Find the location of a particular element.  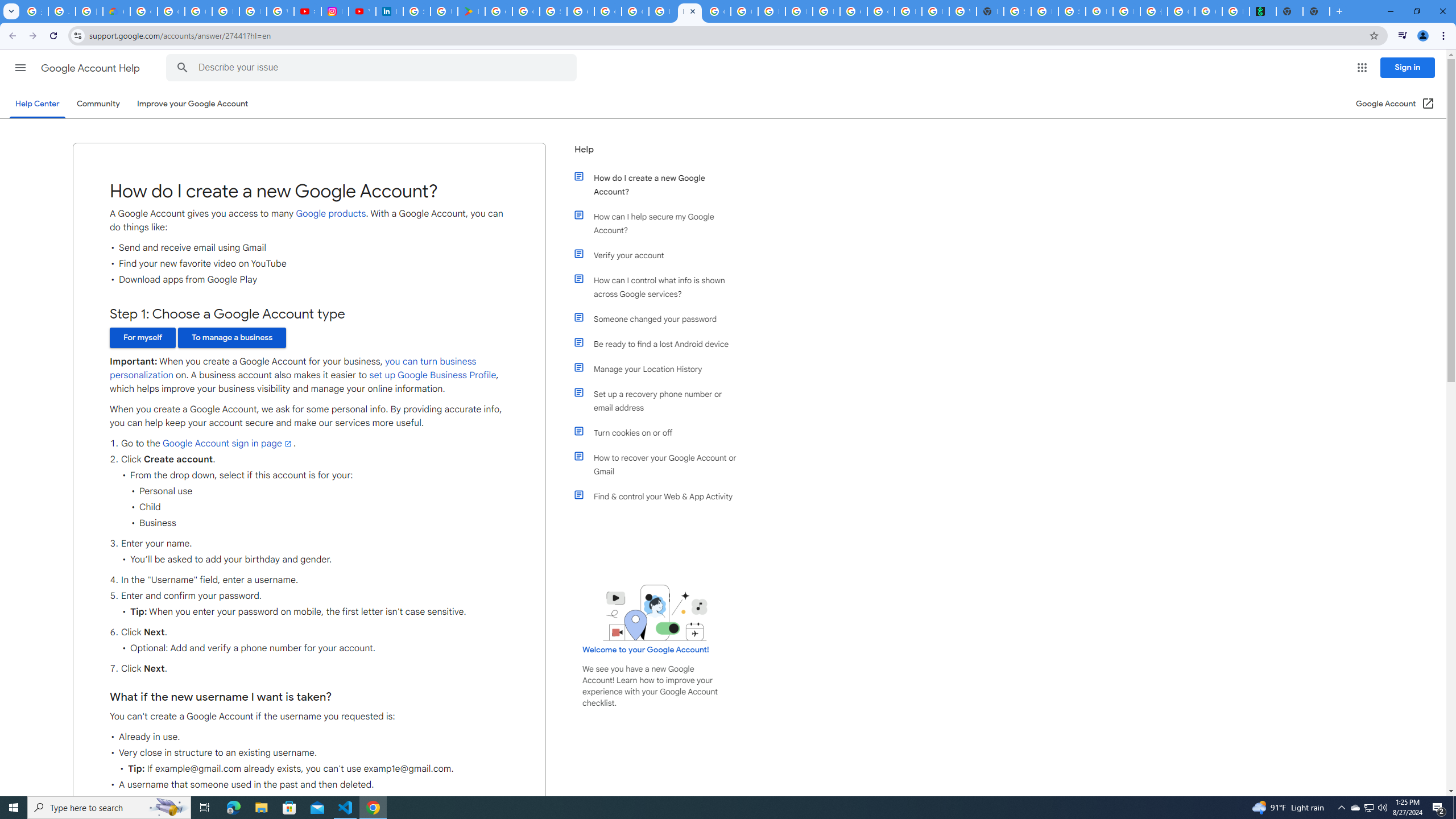

'Verify your account' is located at coordinates (661, 255).